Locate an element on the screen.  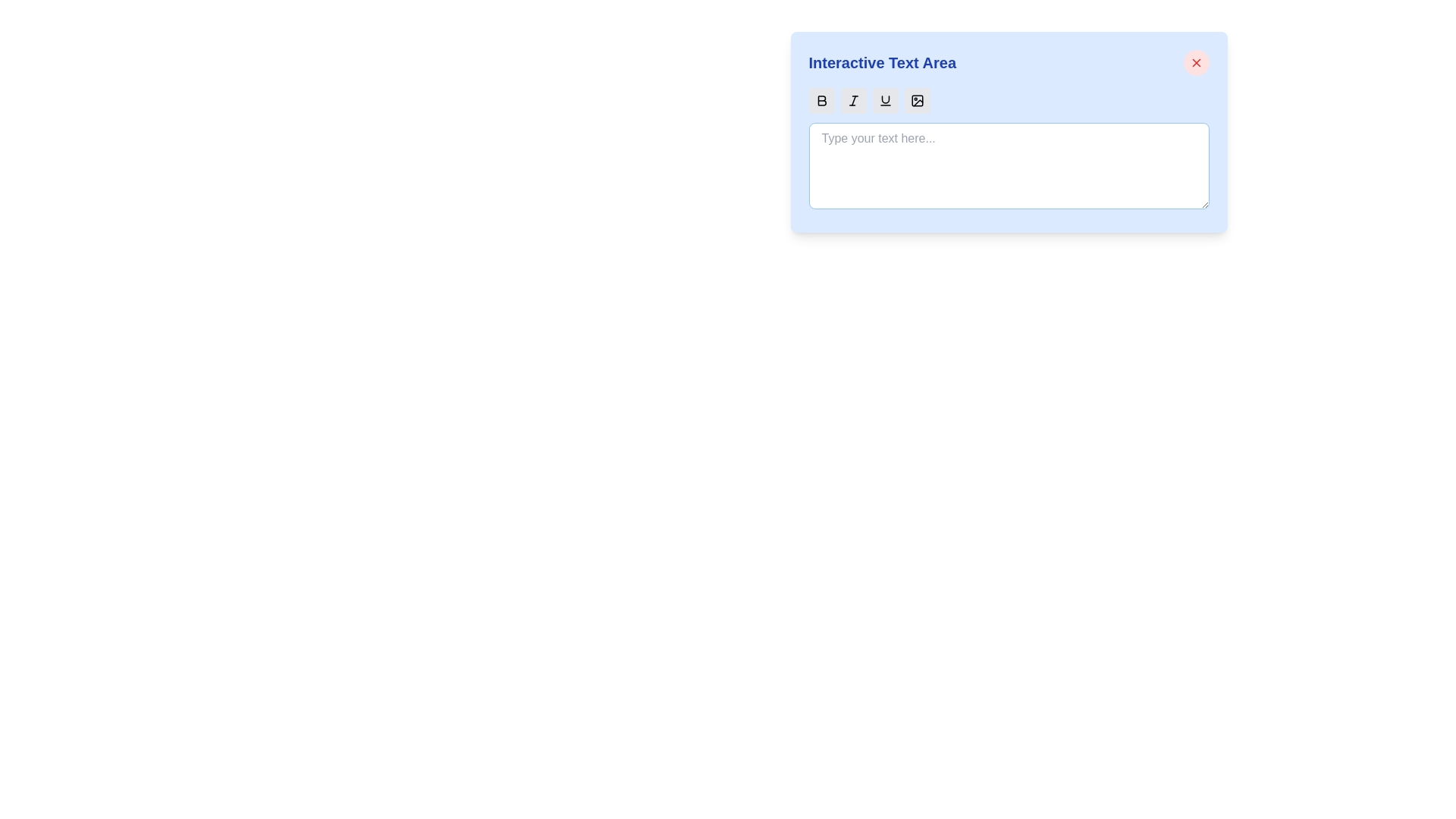
the button with an underline icon located in the formatting toolbar is located at coordinates (885, 100).